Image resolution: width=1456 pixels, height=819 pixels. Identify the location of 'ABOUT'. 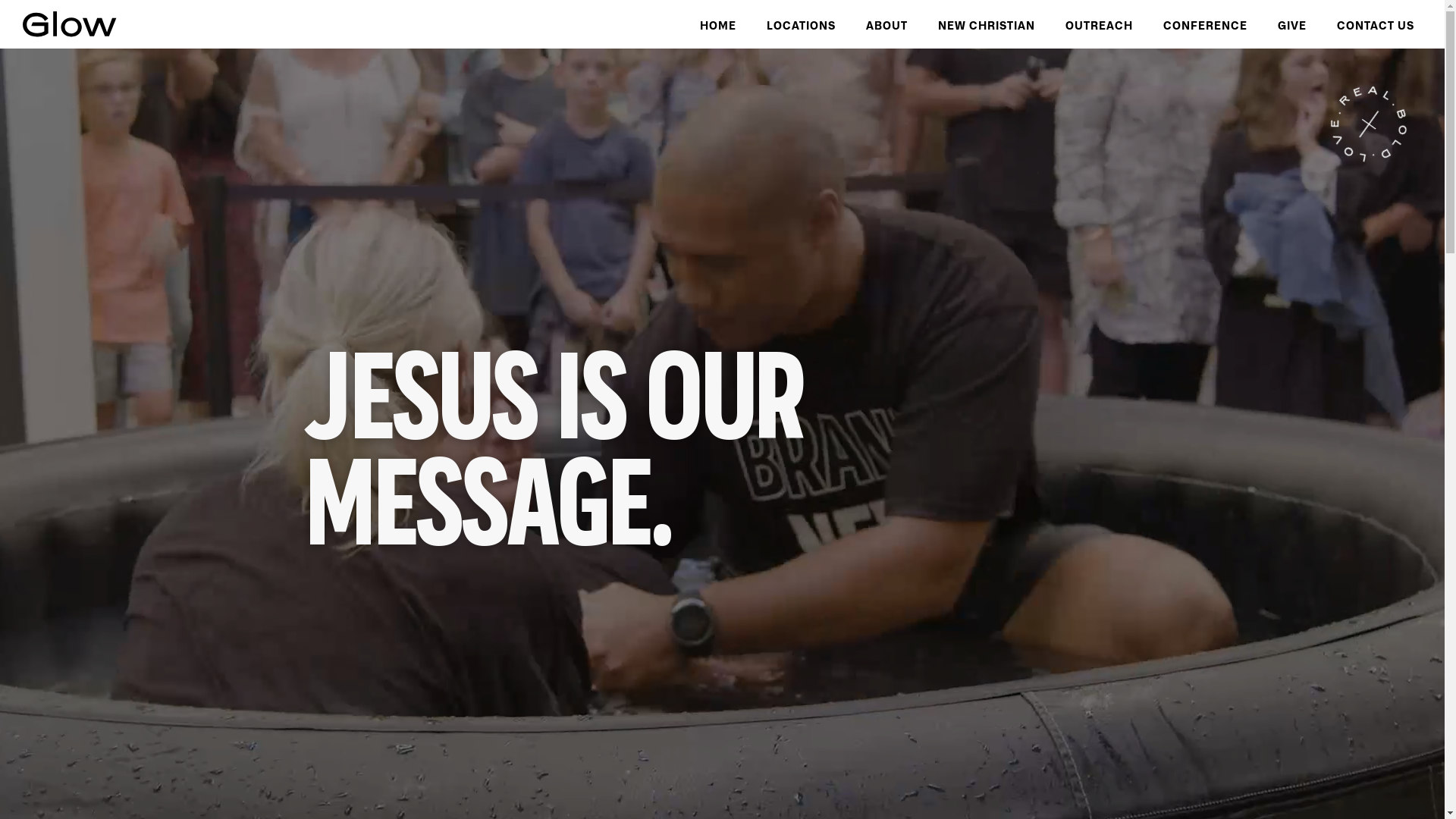
(886, 24).